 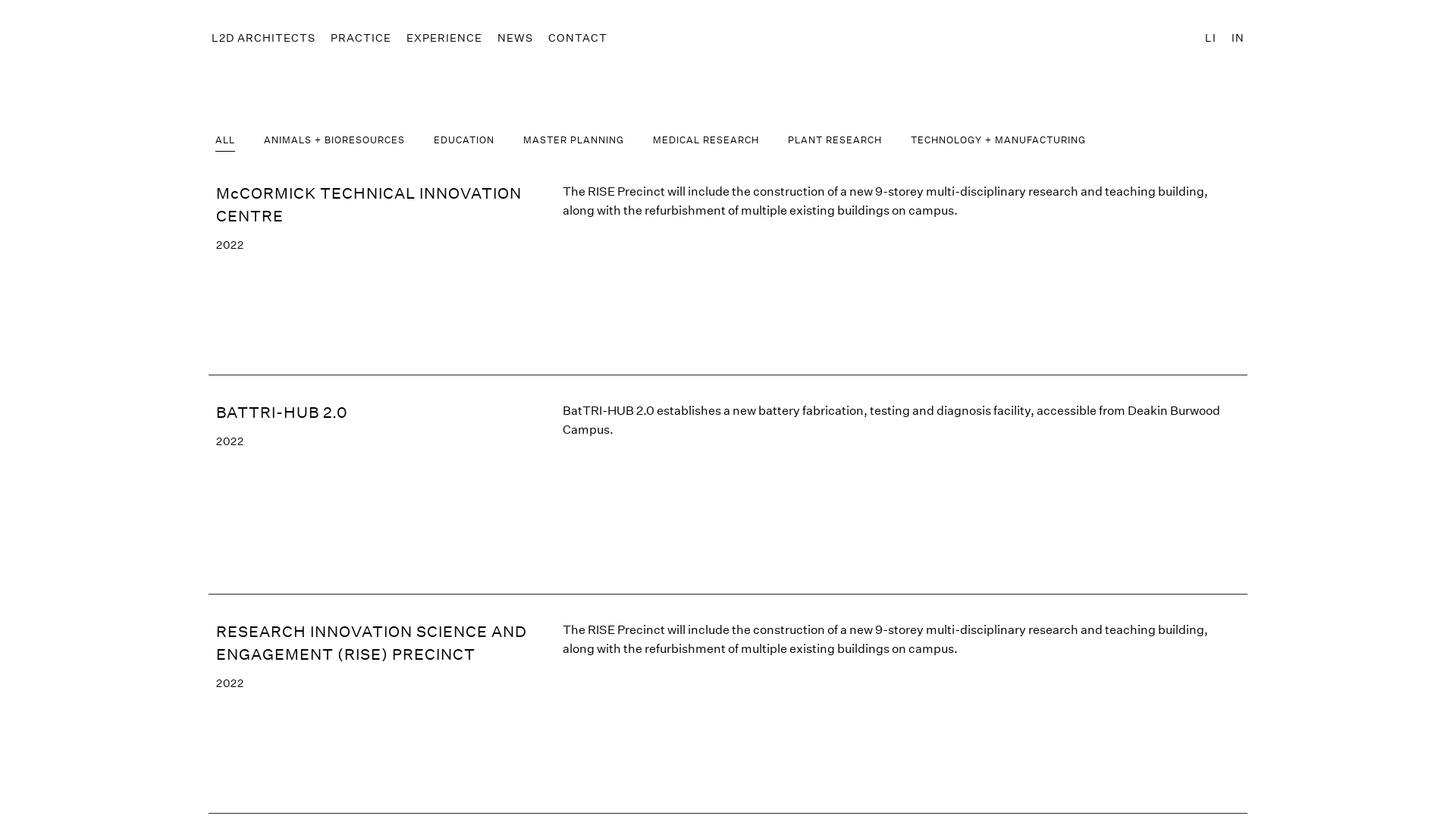 What do you see at coordinates (1210, 37) in the screenshot?
I see `'LI'` at bounding box center [1210, 37].